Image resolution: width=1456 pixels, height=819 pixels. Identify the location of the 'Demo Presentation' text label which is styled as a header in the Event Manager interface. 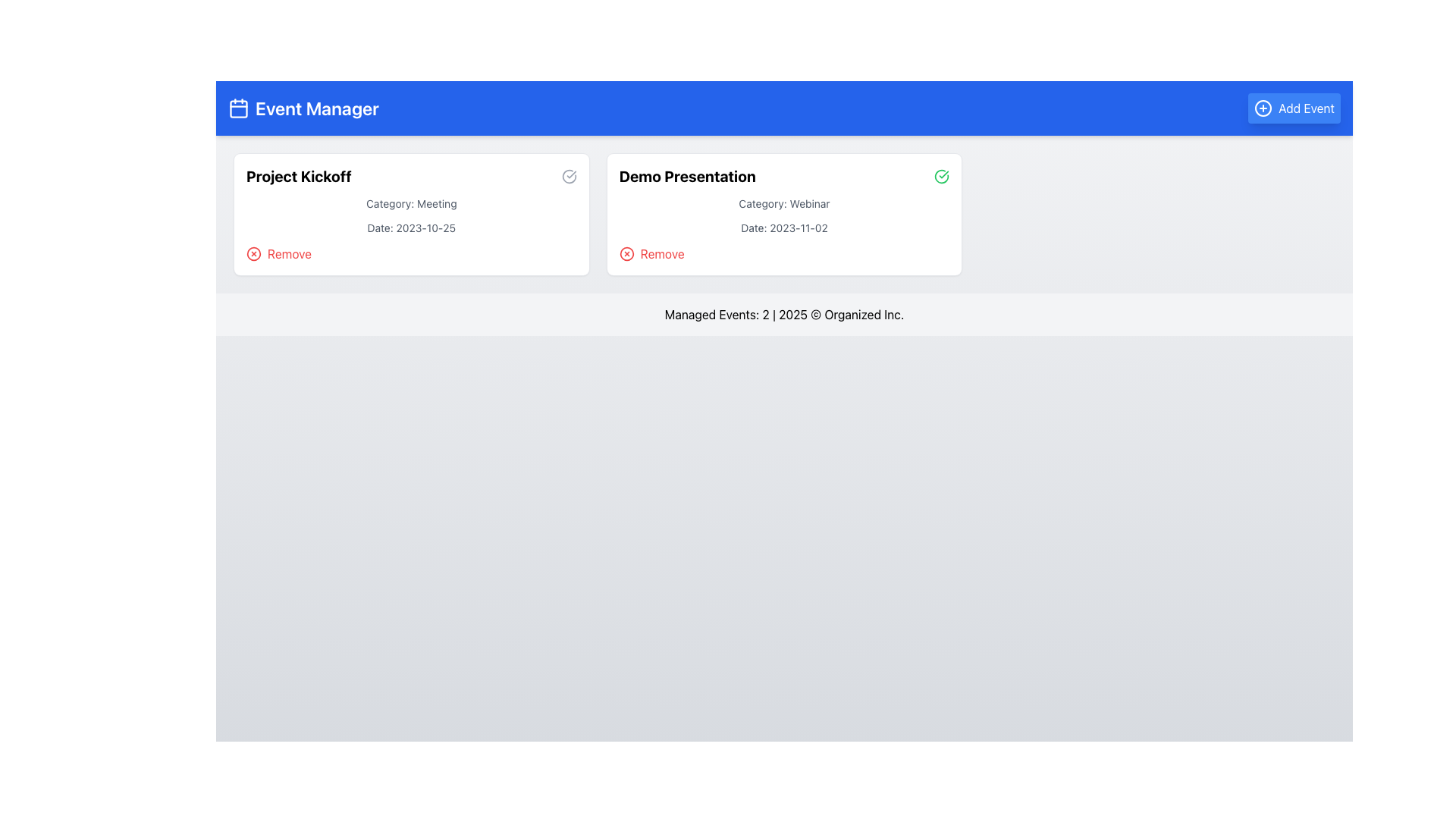
(686, 175).